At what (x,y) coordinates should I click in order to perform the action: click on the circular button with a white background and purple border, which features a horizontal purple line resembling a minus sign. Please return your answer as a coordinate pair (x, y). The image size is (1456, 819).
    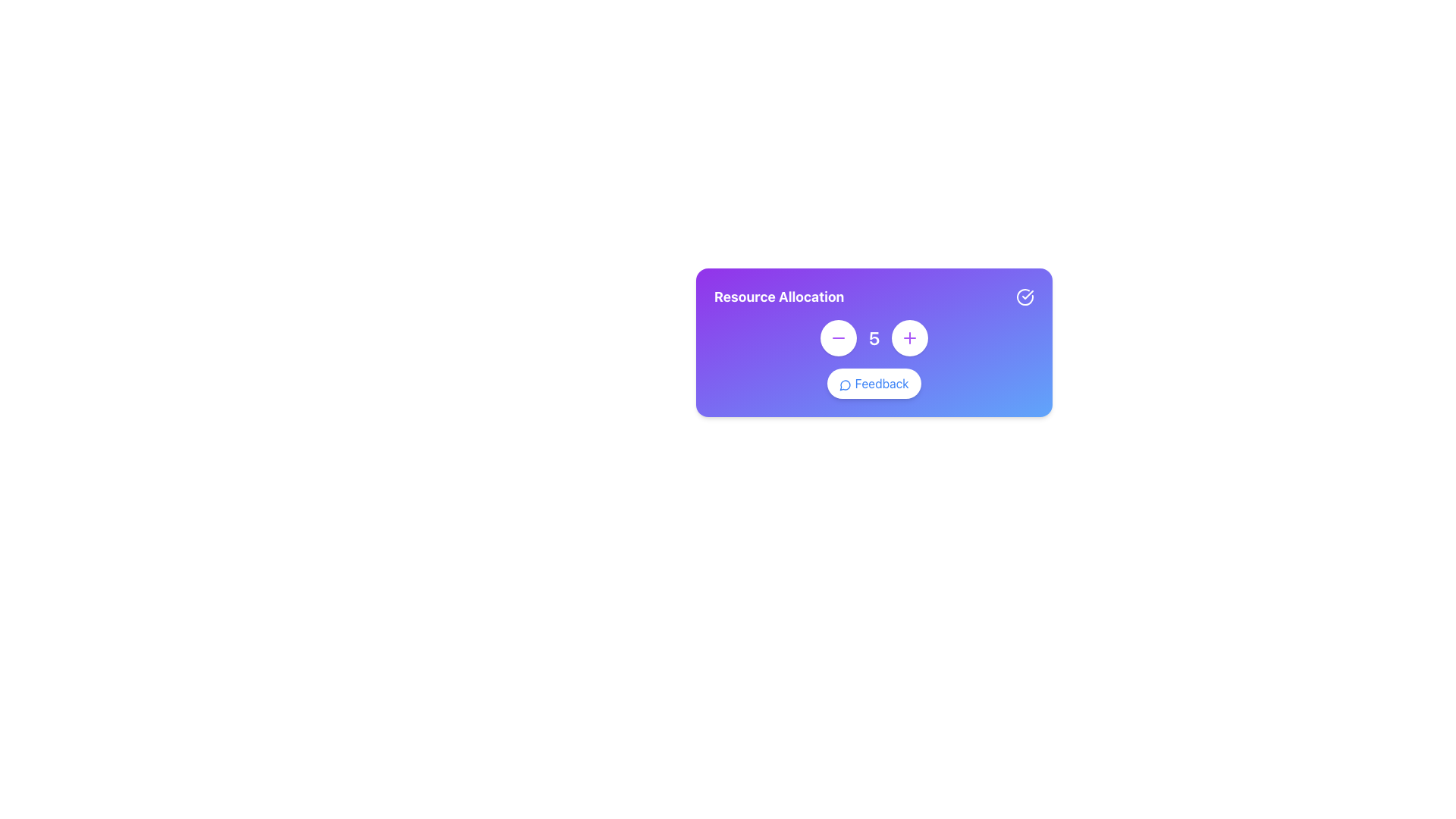
    Looking at the image, I should click on (837, 337).